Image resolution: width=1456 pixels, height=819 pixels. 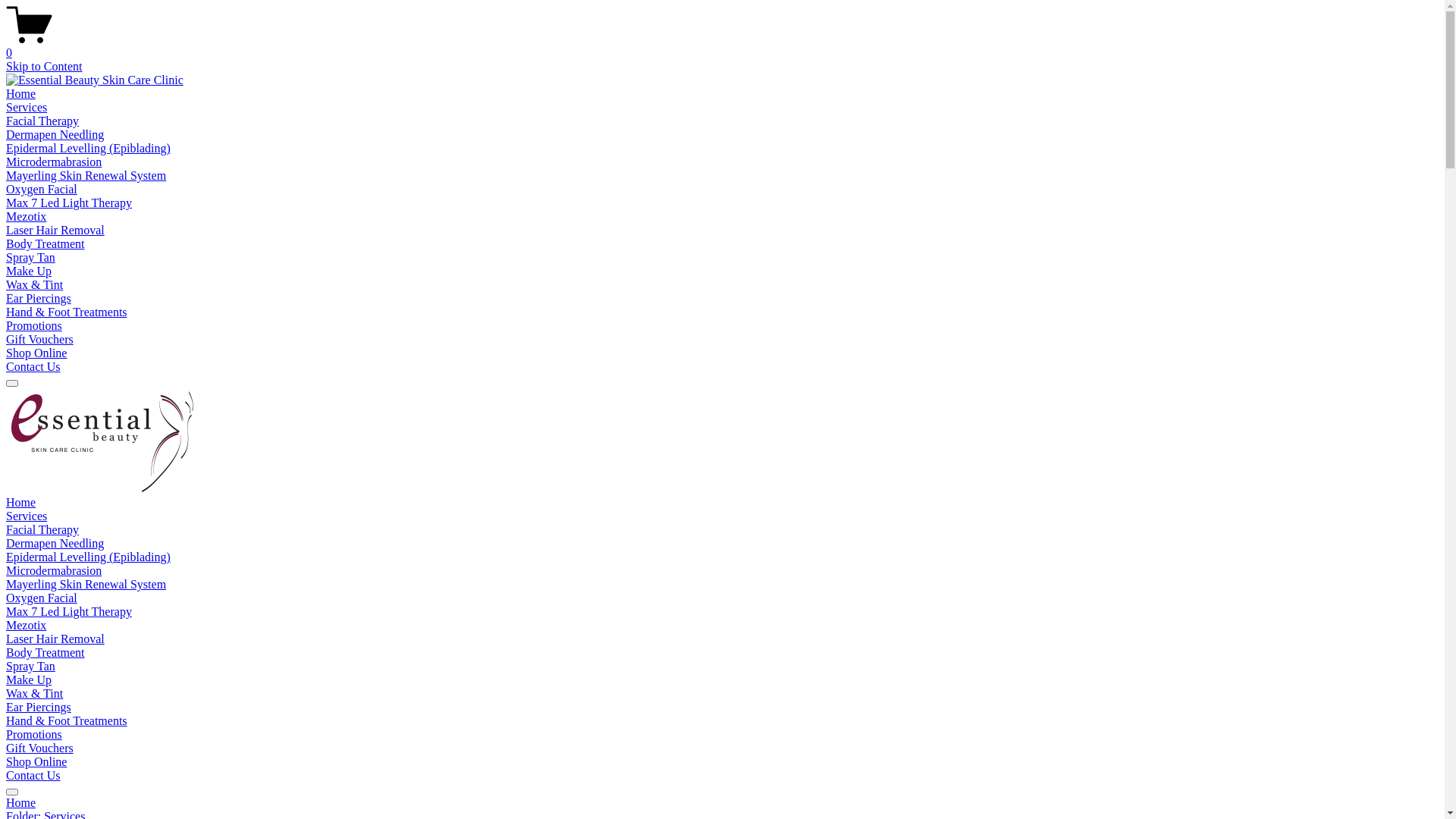 What do you see at coordinates (68, 202) in the screenshot?
I see `'Max 7 Led Light Therapy'` at bounding box center [68, 202].